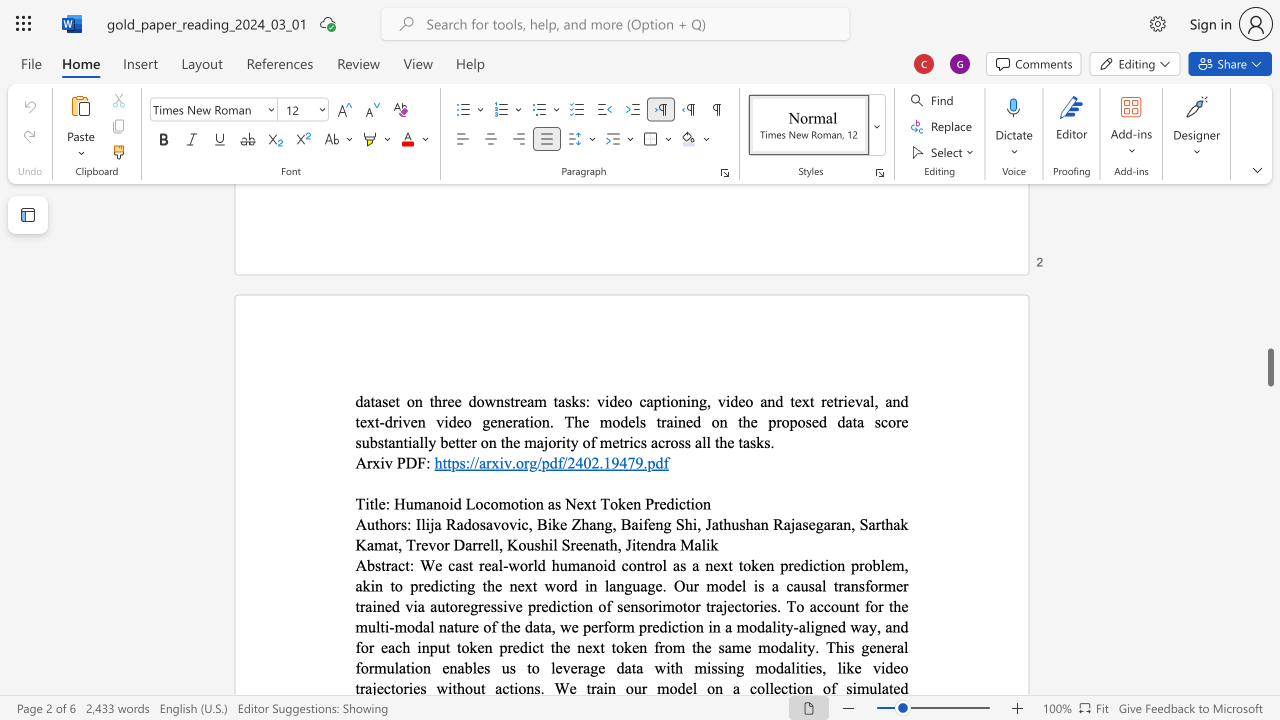 The image size is (1280, 720). I want to click on the scrollbar on the side, so click(1269, 248).